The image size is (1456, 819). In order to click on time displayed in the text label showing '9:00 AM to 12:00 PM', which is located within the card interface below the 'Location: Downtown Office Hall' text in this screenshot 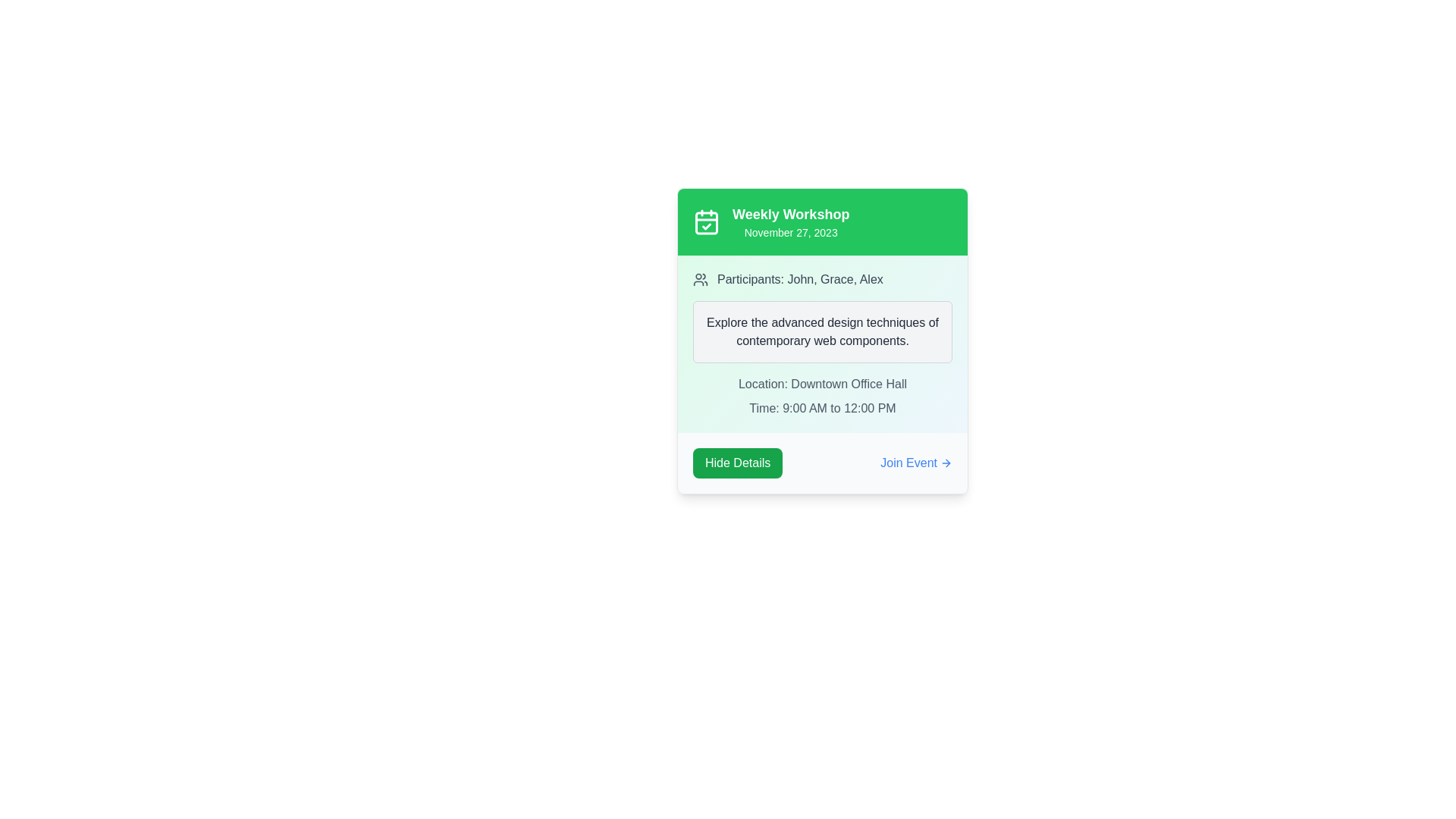, I will do `click(821, 408)`.